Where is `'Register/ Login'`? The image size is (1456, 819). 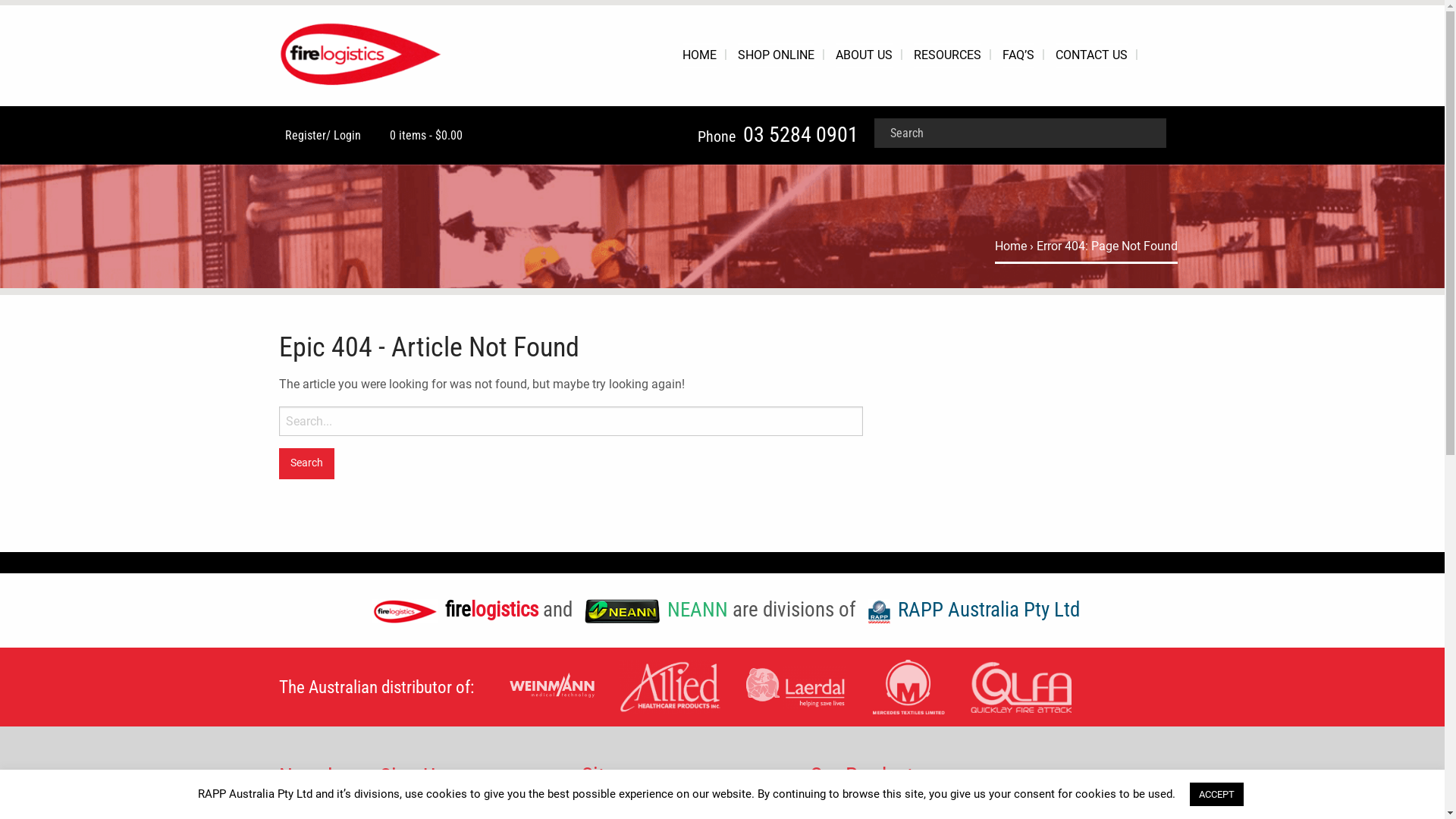 'Register/ Login' is located at coordinates (319, 134).